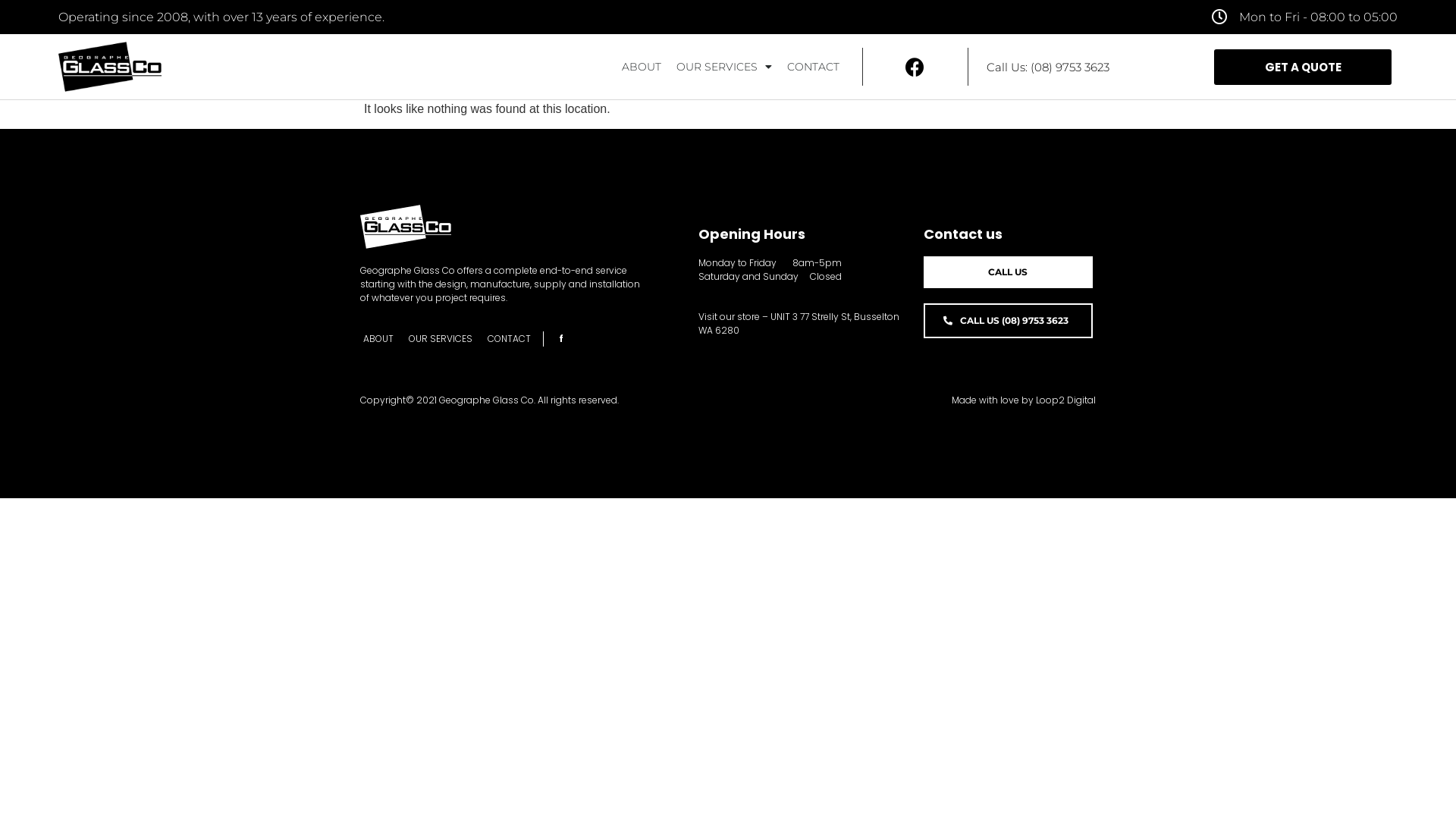  What do you see at coordinates (1008, 271) in the screenshot?
I see `'CALL US'` at bounding box center [1008, 271].